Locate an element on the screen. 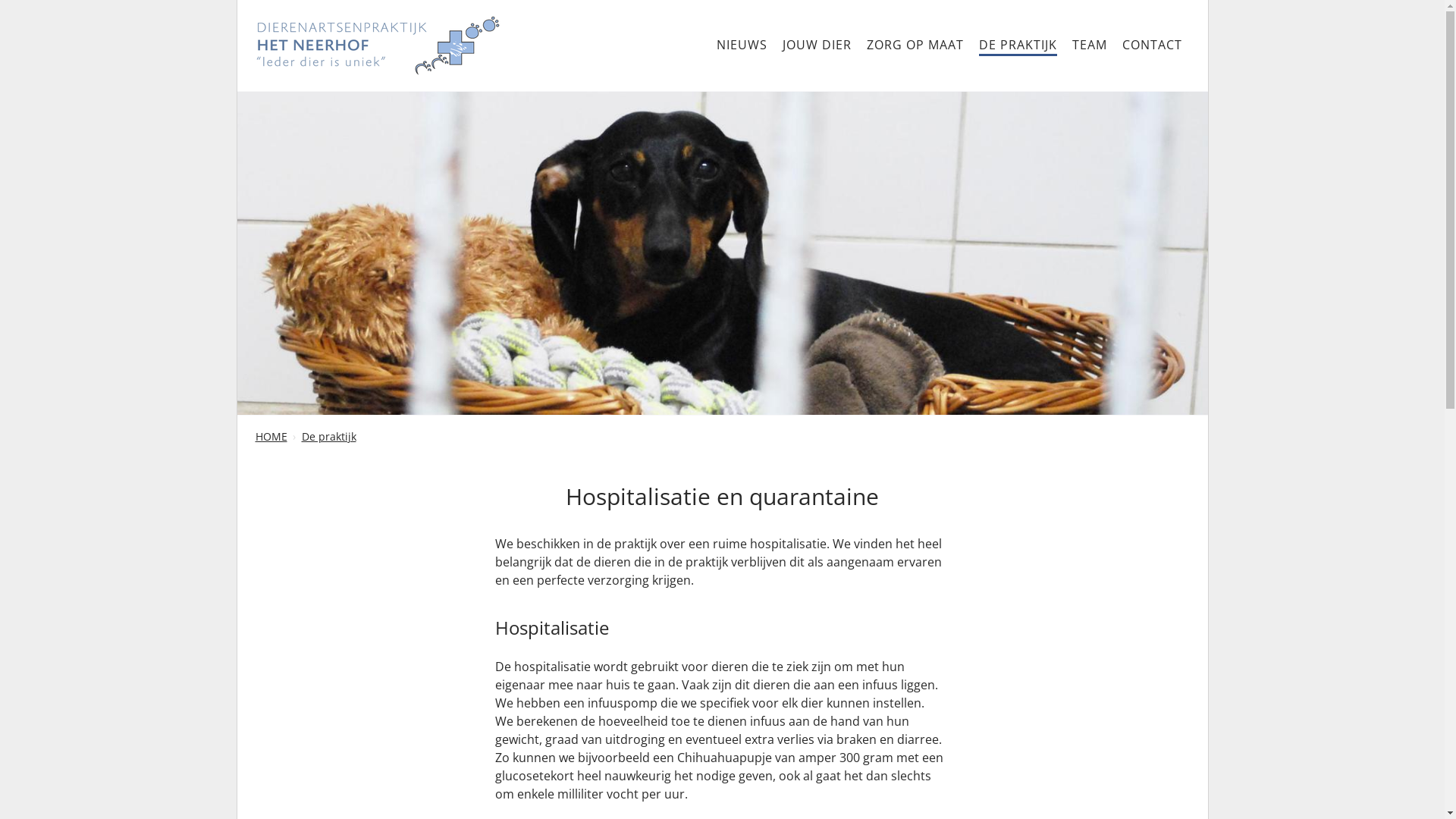 The height and width of the screenshot is (819, 1456). 'TEAM' is located at coordinates (1072, 44).